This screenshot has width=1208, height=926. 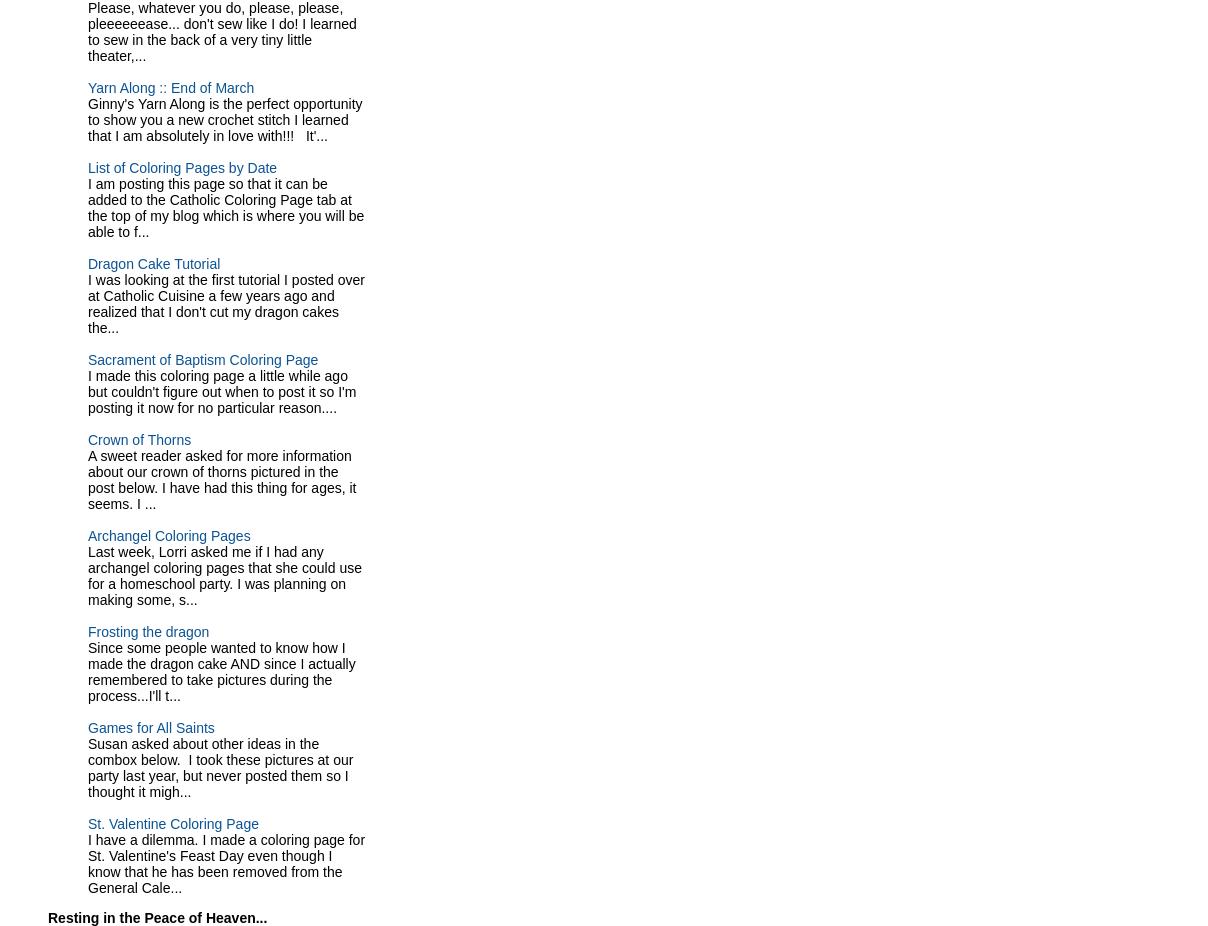 What do you see at coordinates (86, 534) in the screenshot?
I see `'Archangel Coloring Pages'` at bounding box center [86, 534].